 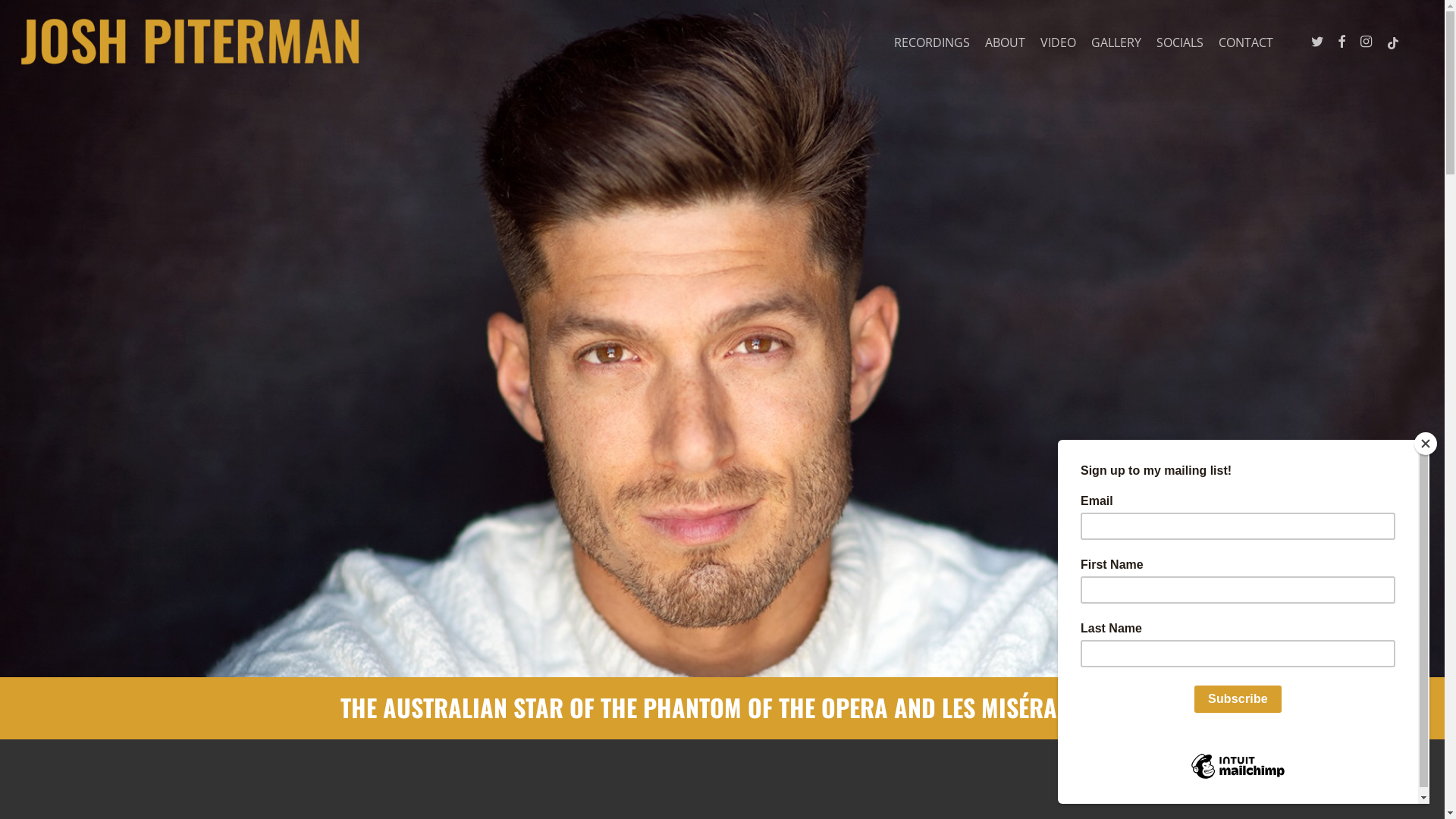 What do you see at coordinates (1116, 42) in the screenshot?
I see `'GALLERY'` at bounding box center [1116, 42].